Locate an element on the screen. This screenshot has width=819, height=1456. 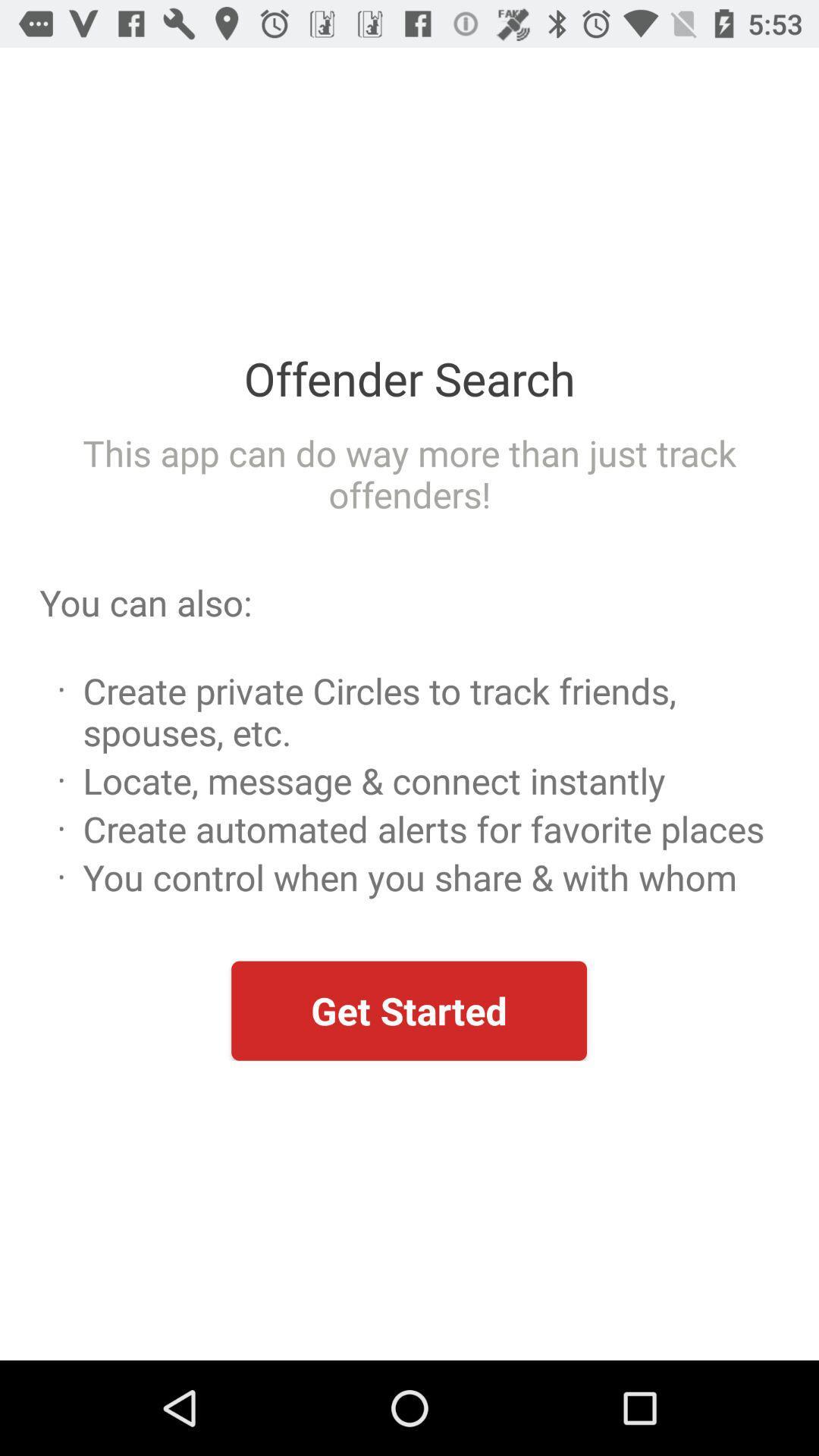
get started item is located at coordinates (408, 1011).